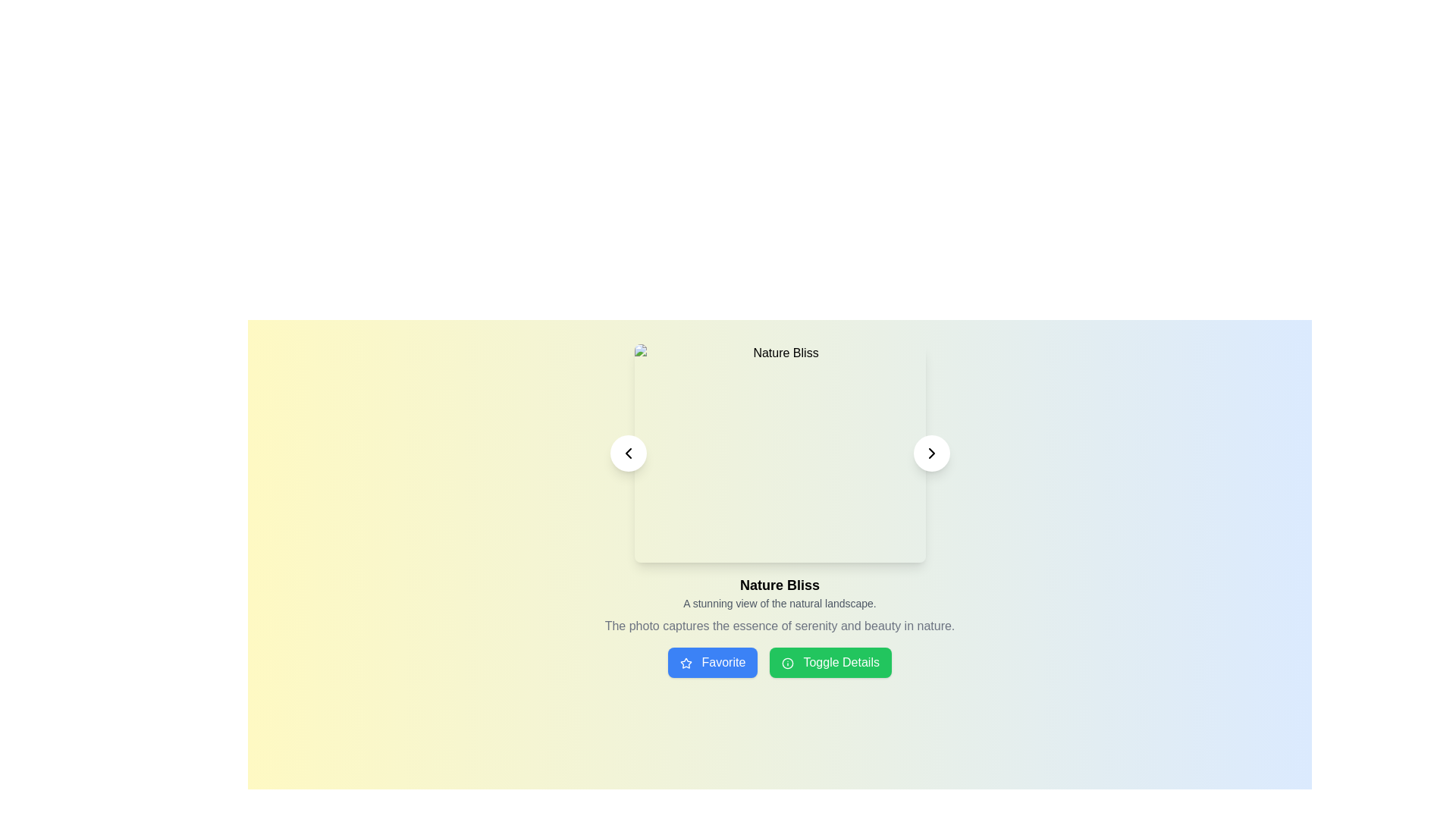 The height and width of the screenshot is (819, 1456). What do you see at coordinates (628, 452) in the screenshot?
I see `the left navigation icon to scroll or paginate content to the left, located in the middle left section of the UI card` at bounding box center [628, 452].